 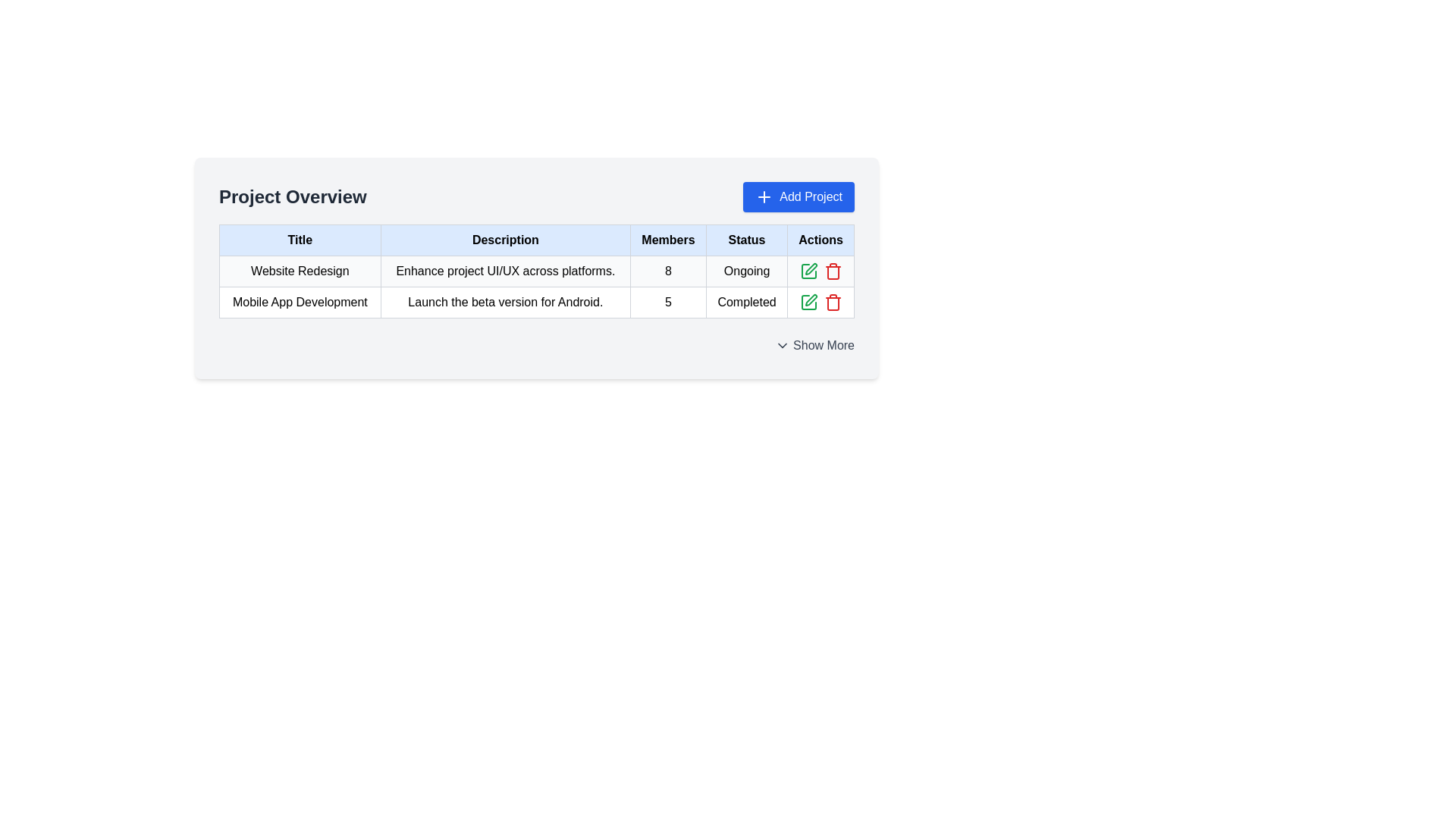 I want to click on the Table Header Cell that labels the second column in the table, located between the 'Title' and 'Members' columns, so click(x=537, y=239).